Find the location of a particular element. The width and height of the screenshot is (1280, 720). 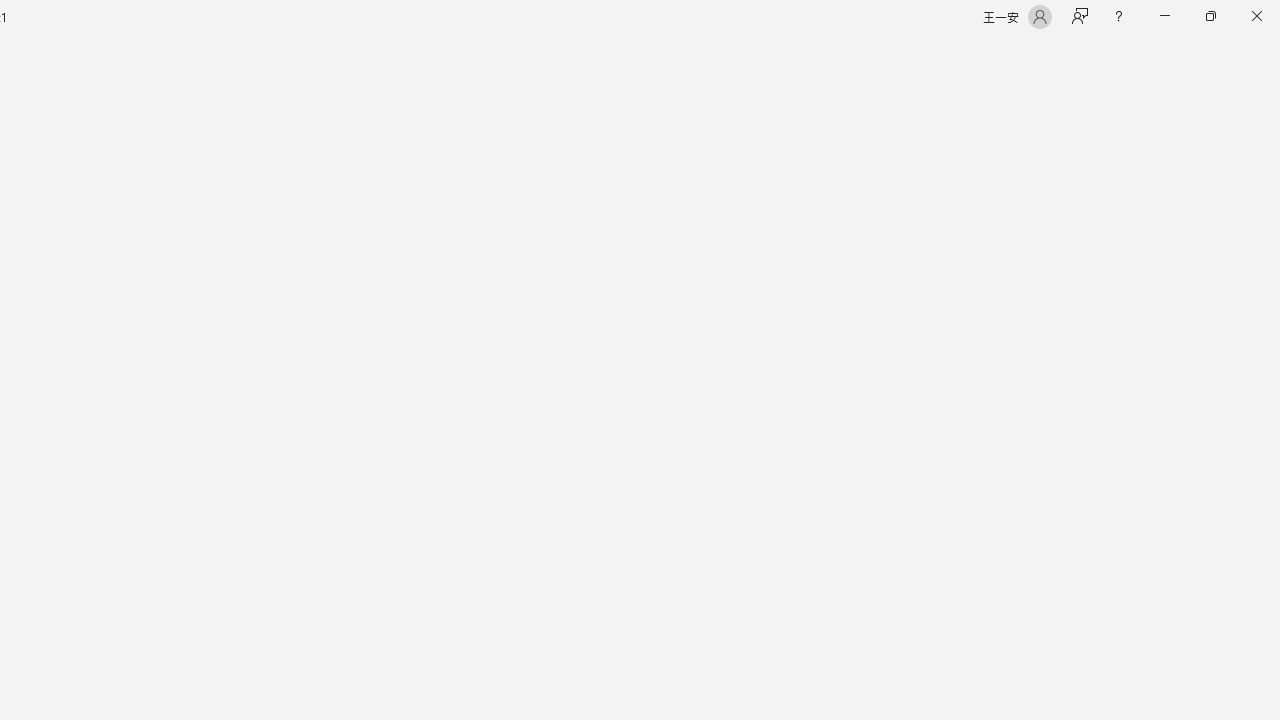

'Close' is located at coordinates (1255, 16).